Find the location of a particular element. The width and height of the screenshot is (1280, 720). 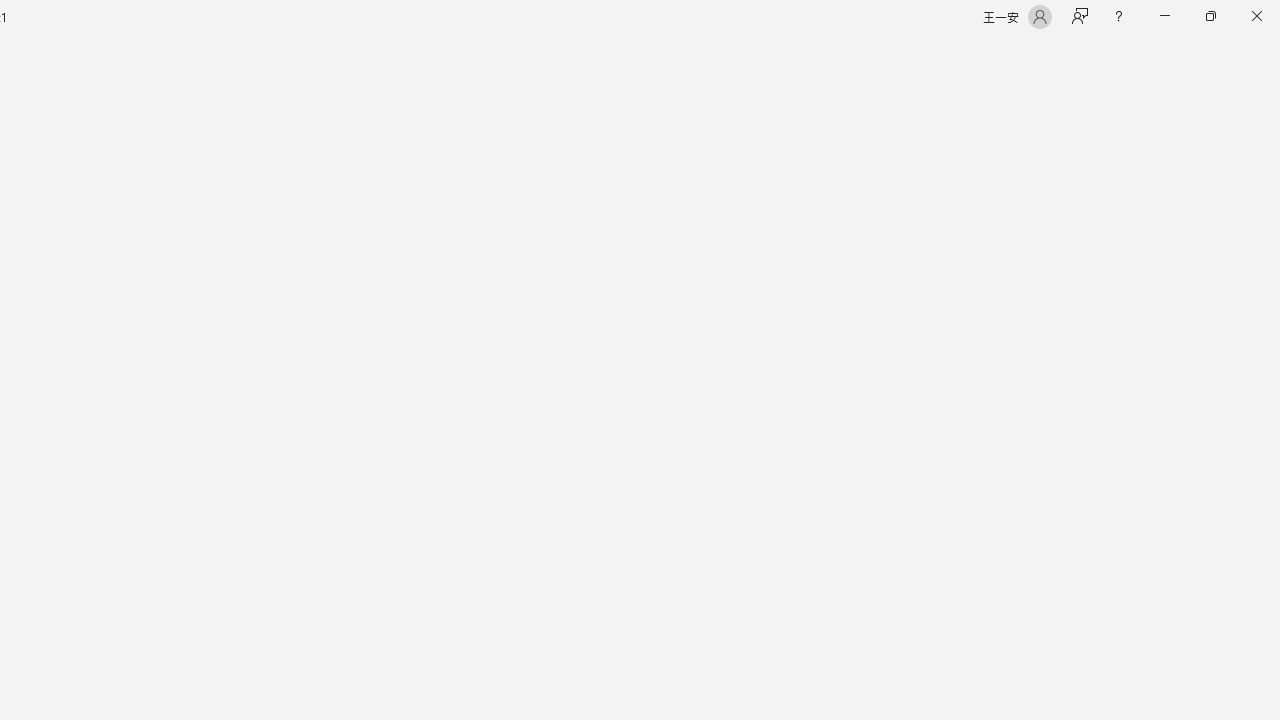

'Close' is located at coordinates (1255, 16).